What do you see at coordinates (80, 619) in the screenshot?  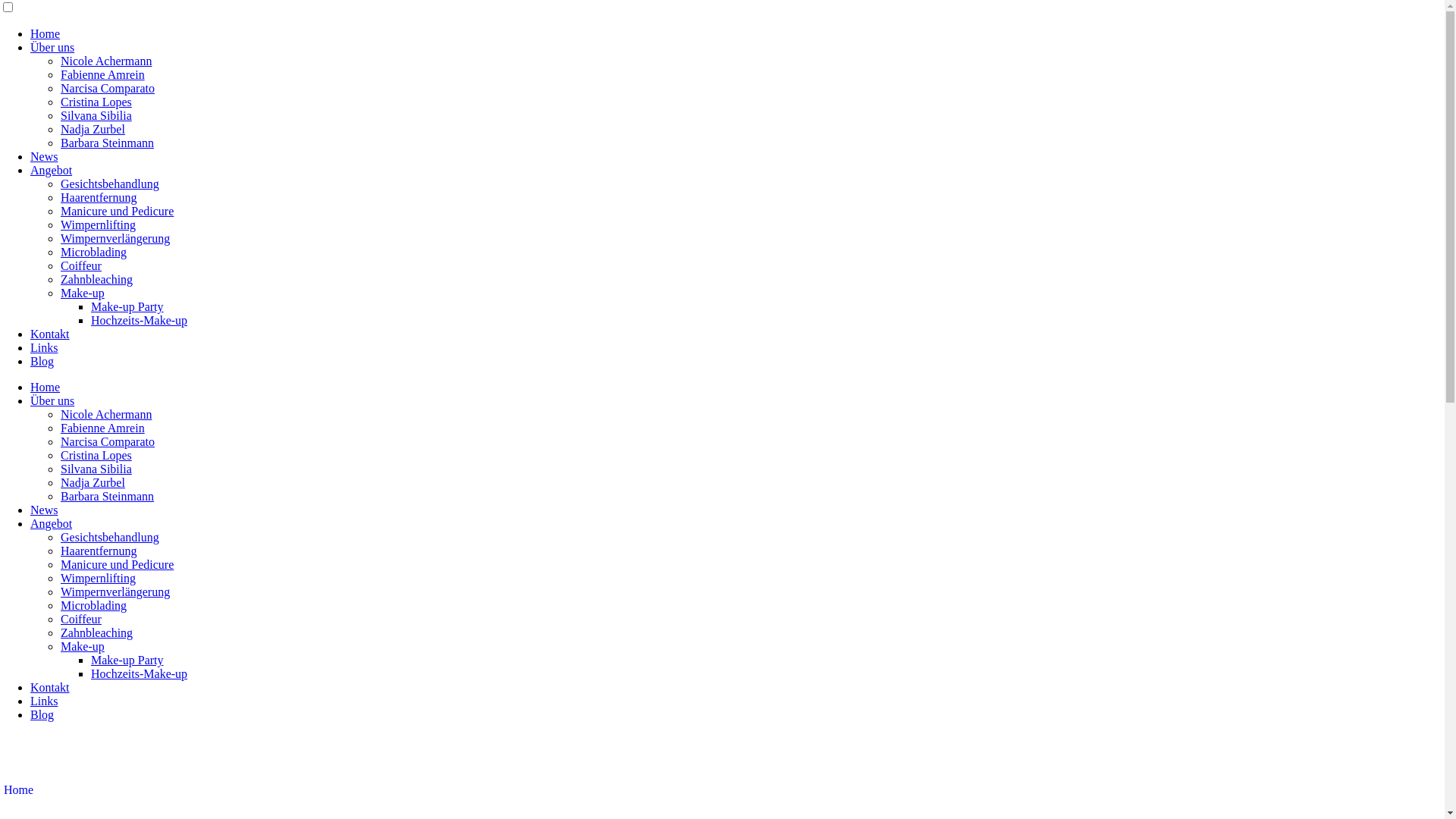 I see `'Coiffeur'` at bounding box center [80, 619].